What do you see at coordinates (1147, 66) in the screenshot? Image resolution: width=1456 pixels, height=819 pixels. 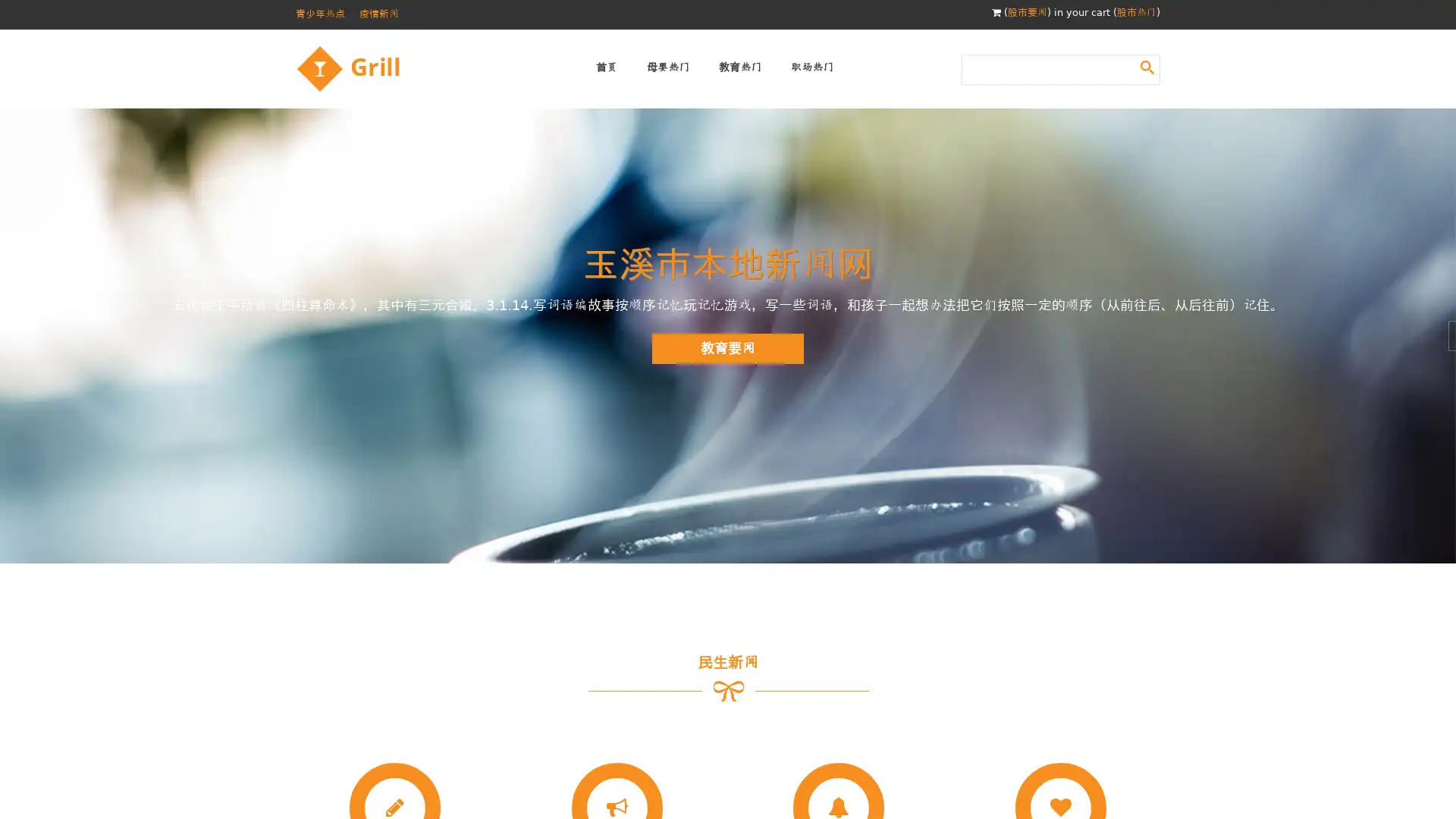 I see `Submit` at bounding box center [1147, 66].